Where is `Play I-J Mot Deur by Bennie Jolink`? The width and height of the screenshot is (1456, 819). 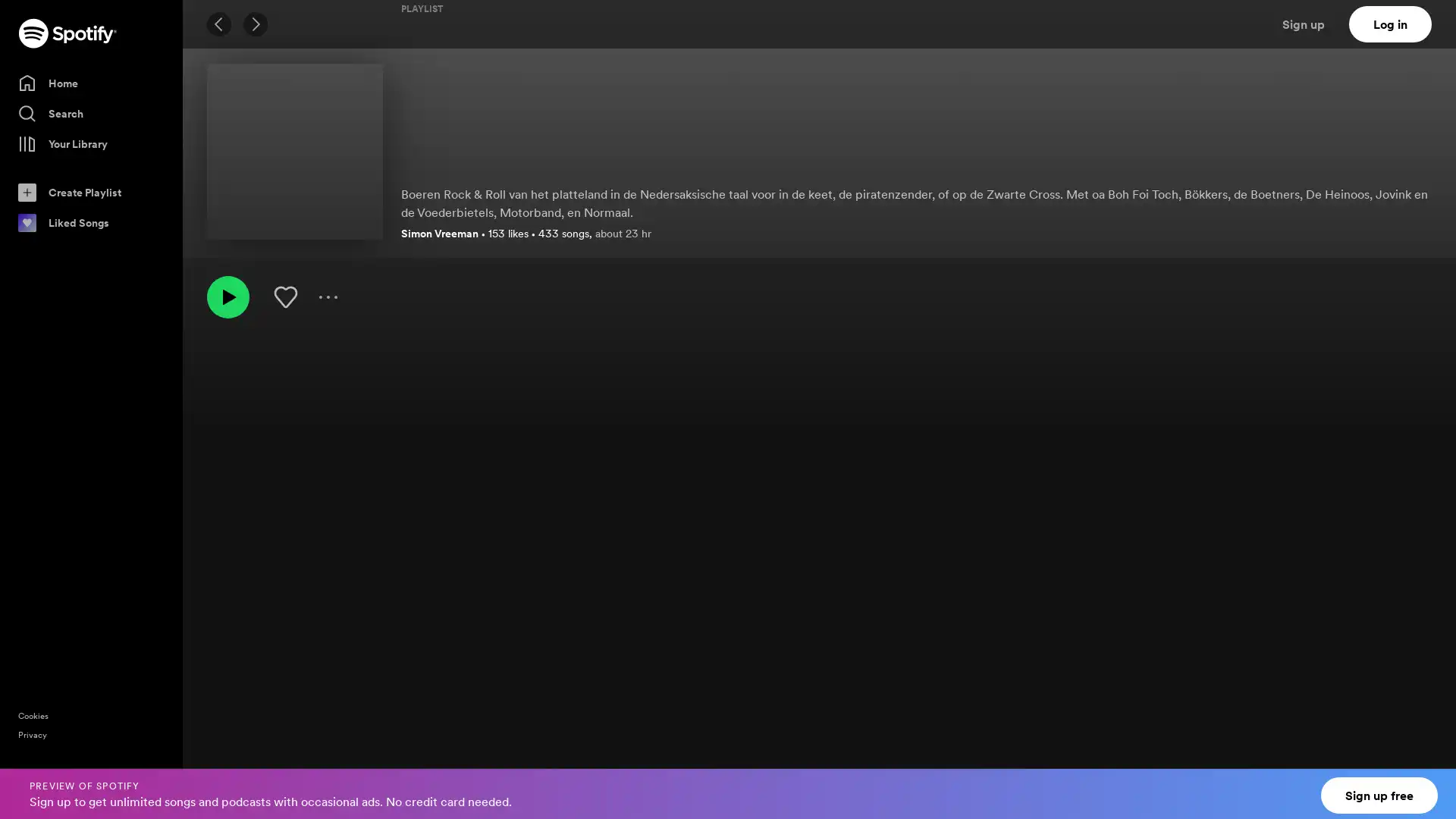 Play I-J Mot Deur by Bennie Jolink is located at coordinates (225, 610).